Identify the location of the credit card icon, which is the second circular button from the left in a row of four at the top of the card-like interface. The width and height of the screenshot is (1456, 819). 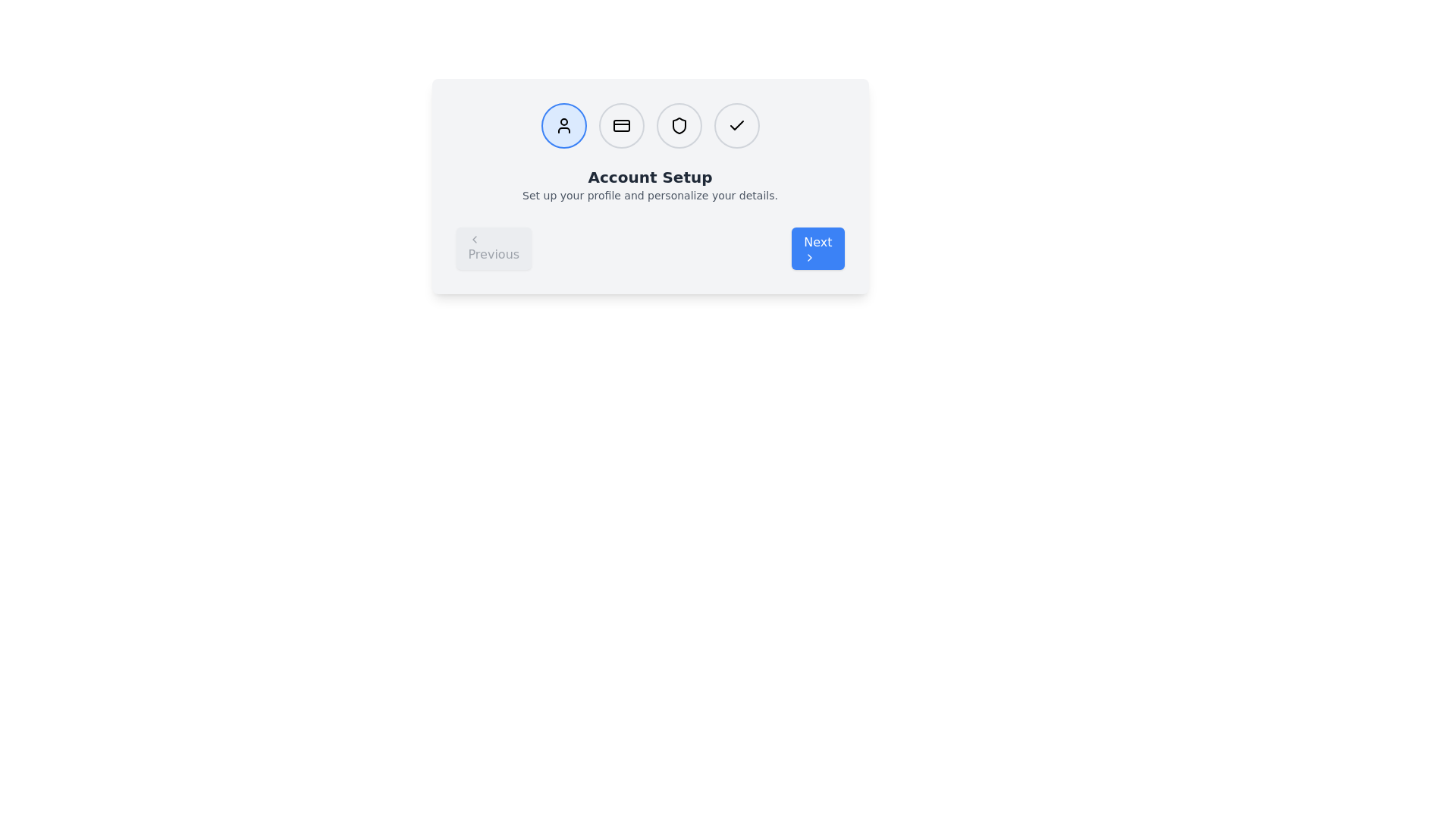
(621, 124).